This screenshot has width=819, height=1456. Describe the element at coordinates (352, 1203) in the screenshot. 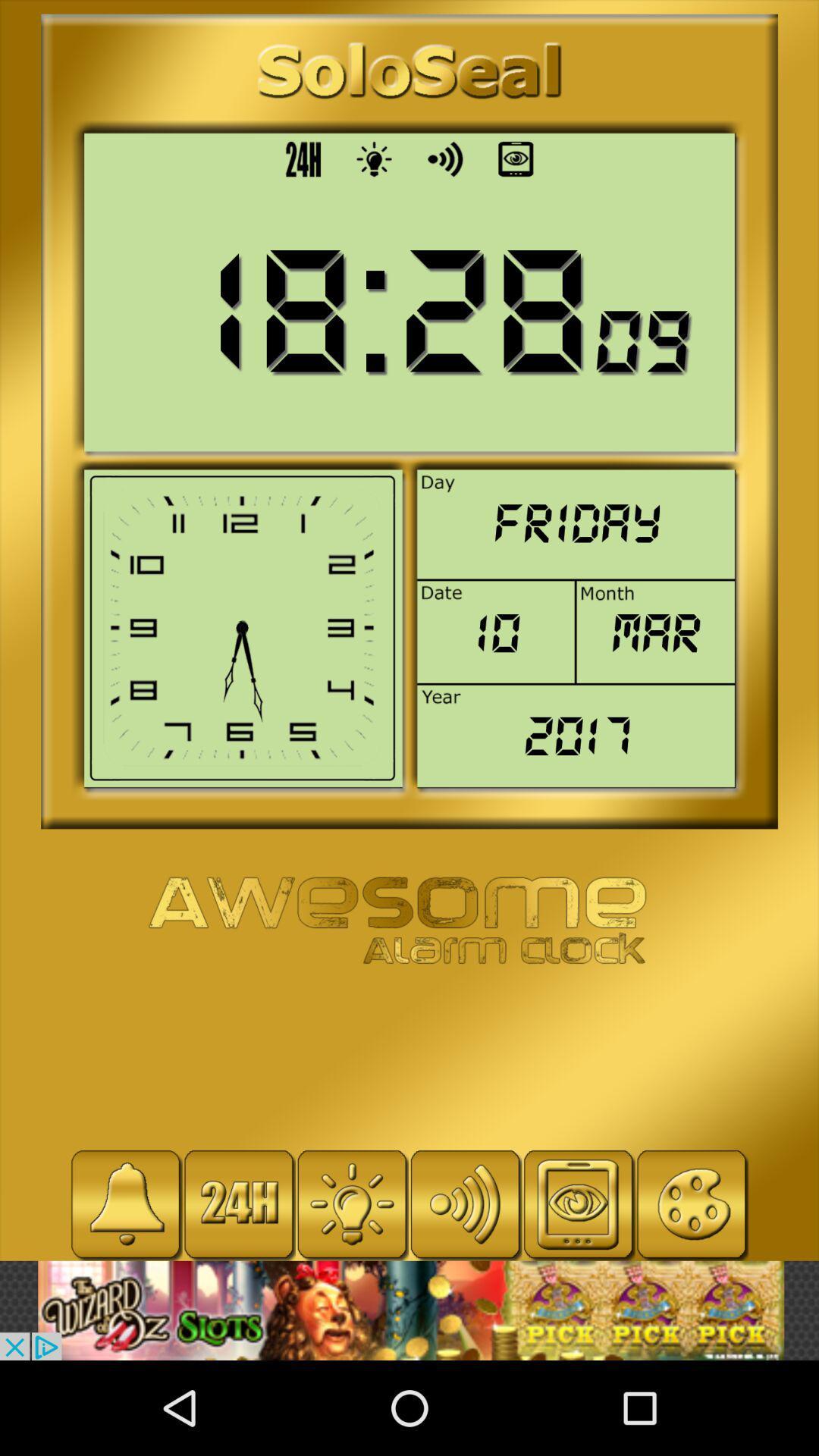

I see `the bright option` at that location.